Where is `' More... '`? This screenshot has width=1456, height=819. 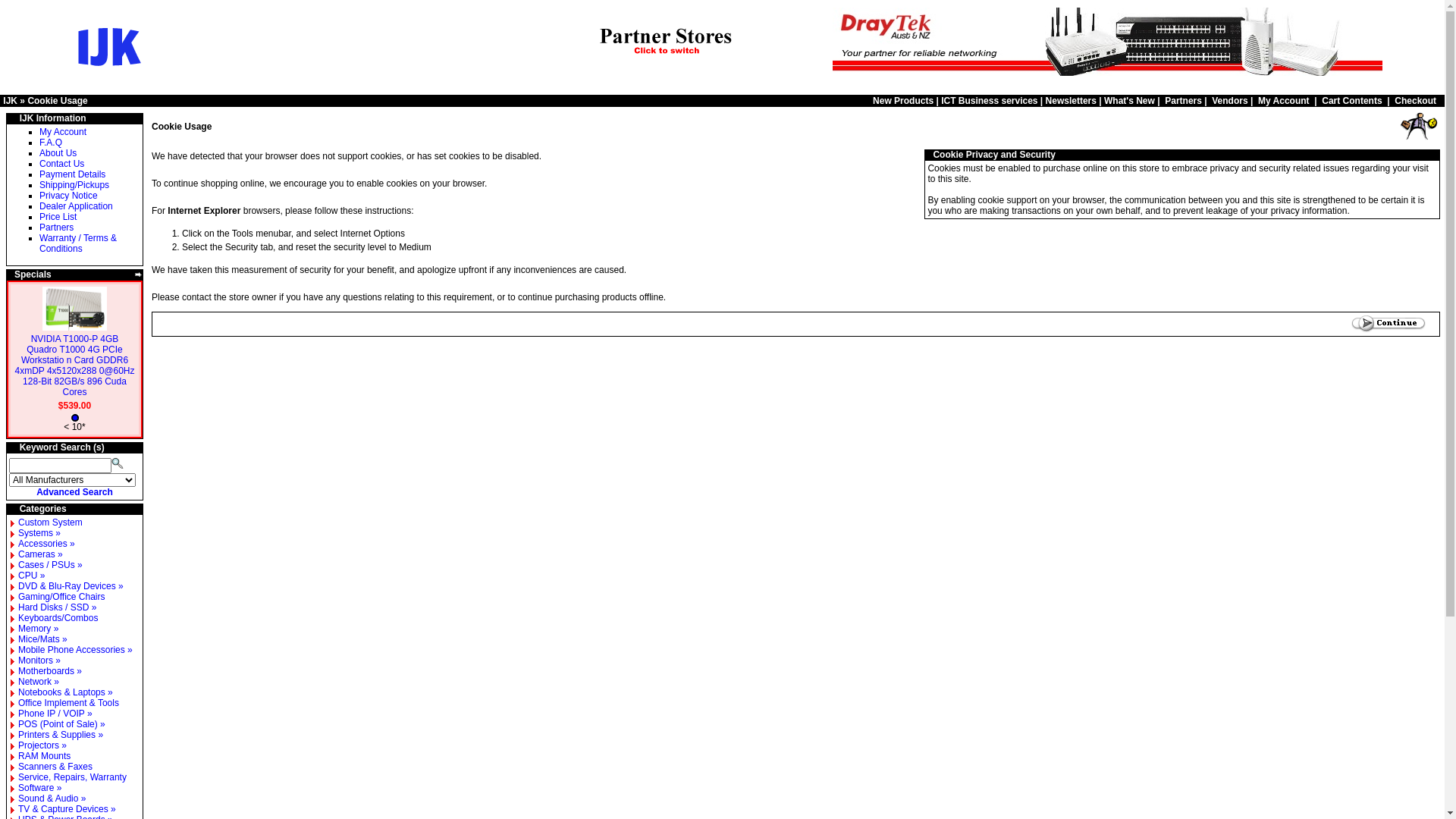
' More... ' is located at coordinates (138, 275).